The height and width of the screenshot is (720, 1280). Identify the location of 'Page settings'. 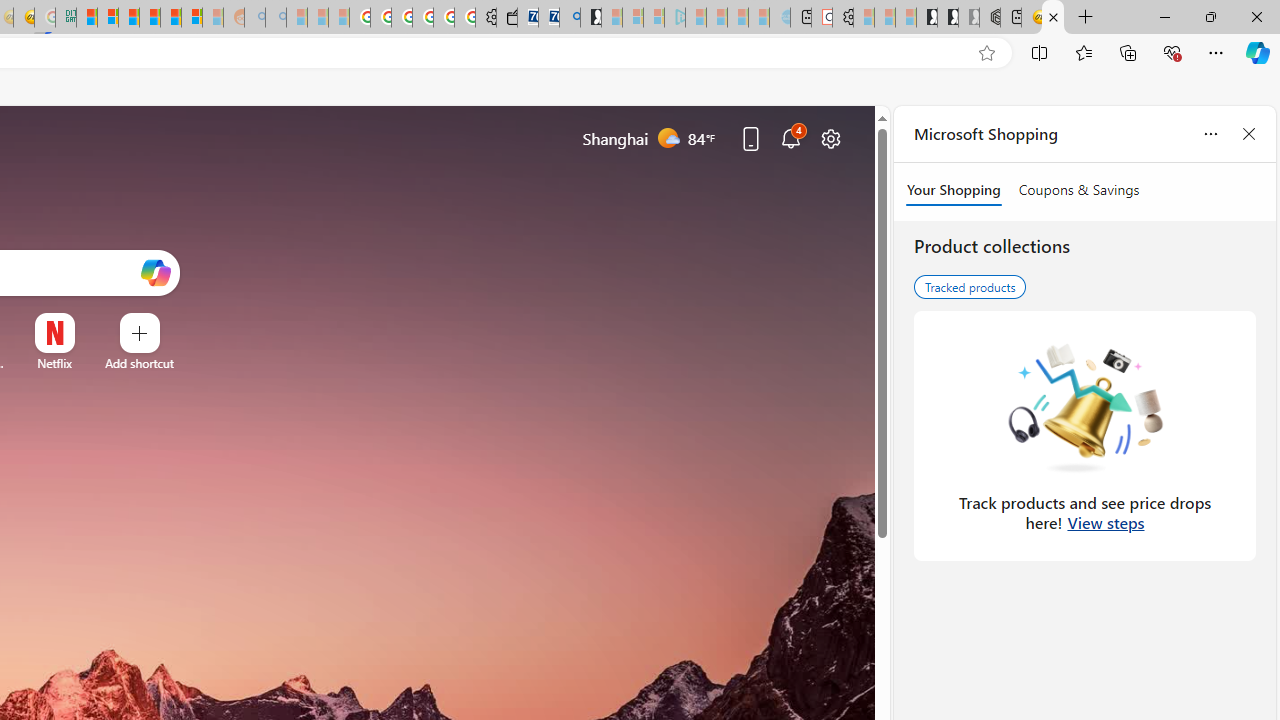
(831, 137).